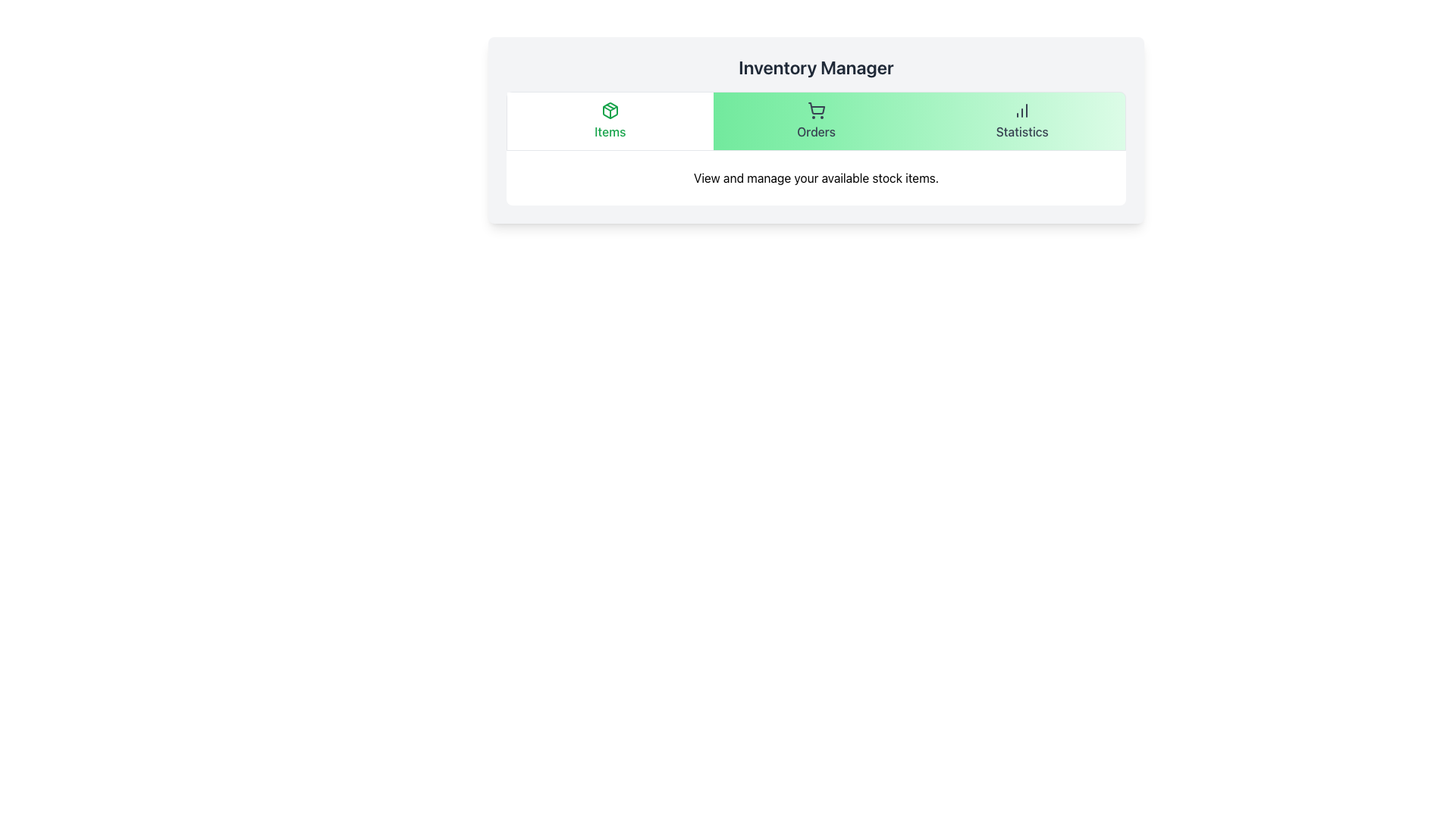  What do you see at coordinates (1022, 110) in the screenshot?
I see `the icon resembling a bar chart located in the 'Statistics' section of the top navigation bar` at bounding box center [1022, 110].